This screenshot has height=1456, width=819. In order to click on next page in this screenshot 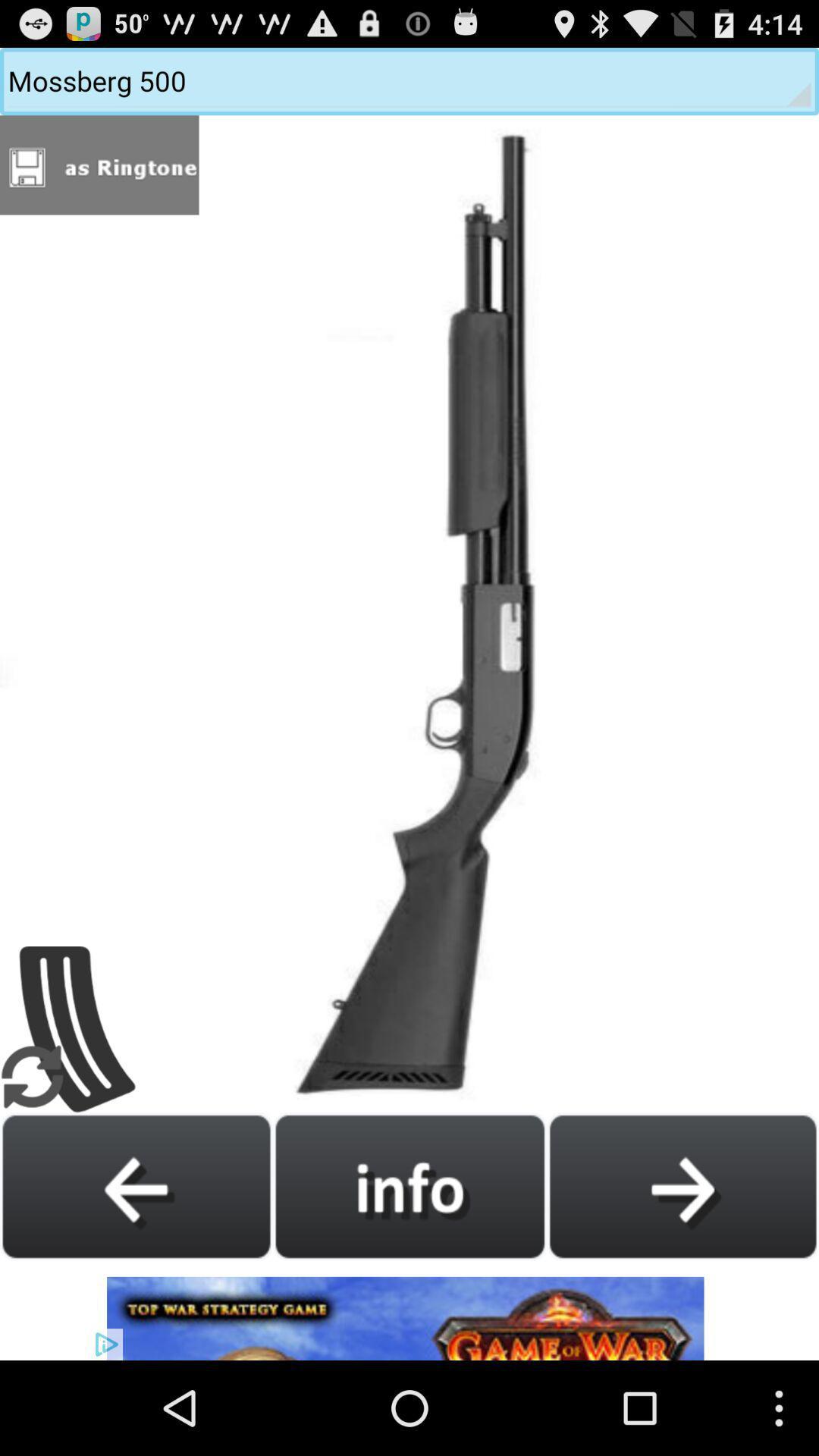, I will do `click(682, 1185)`.